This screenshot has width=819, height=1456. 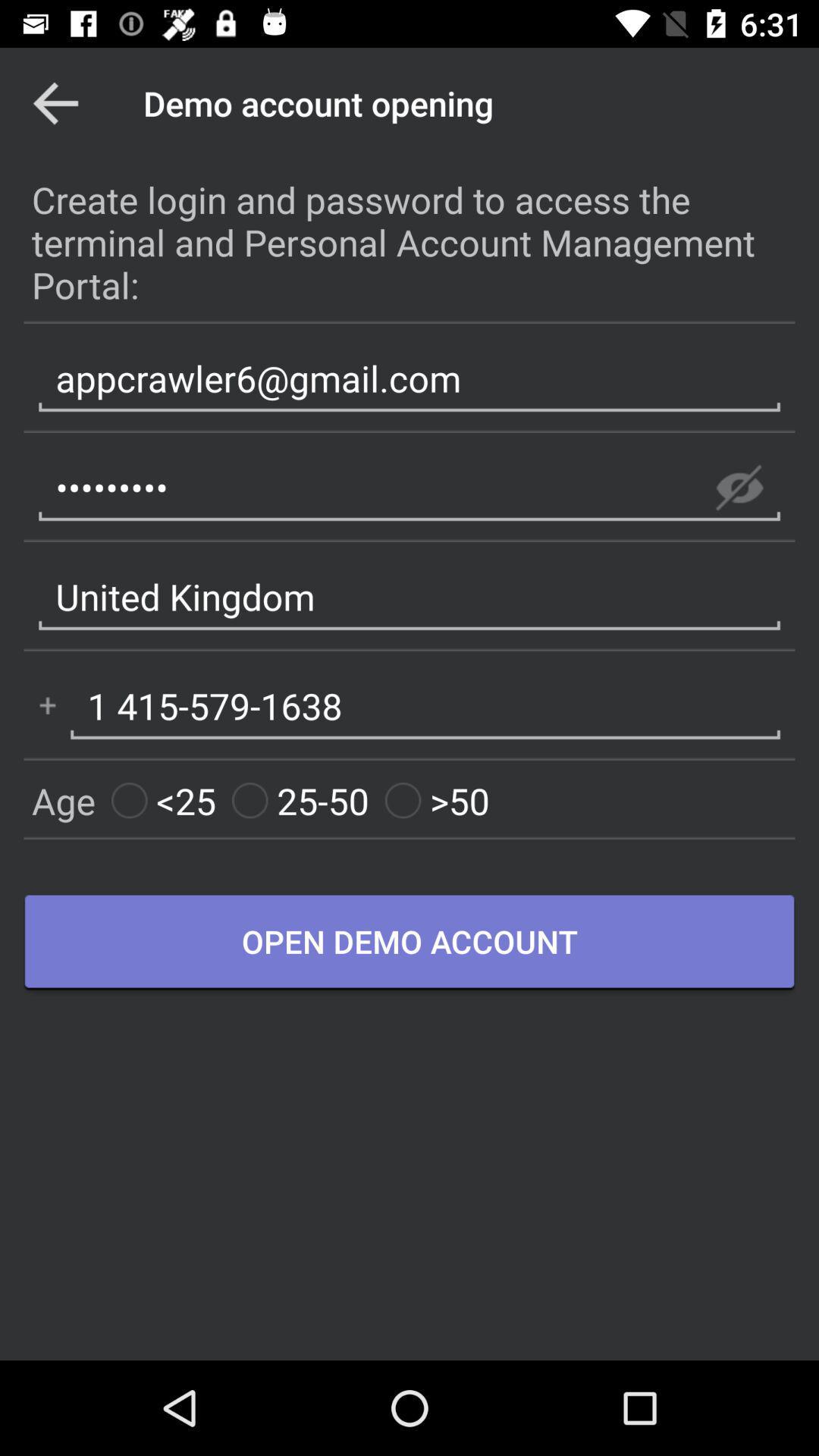 What do you see at coordinates (55, 102) in the screenshot?
I see `icon next to demo account opening app` at bounding box center [55, 102].